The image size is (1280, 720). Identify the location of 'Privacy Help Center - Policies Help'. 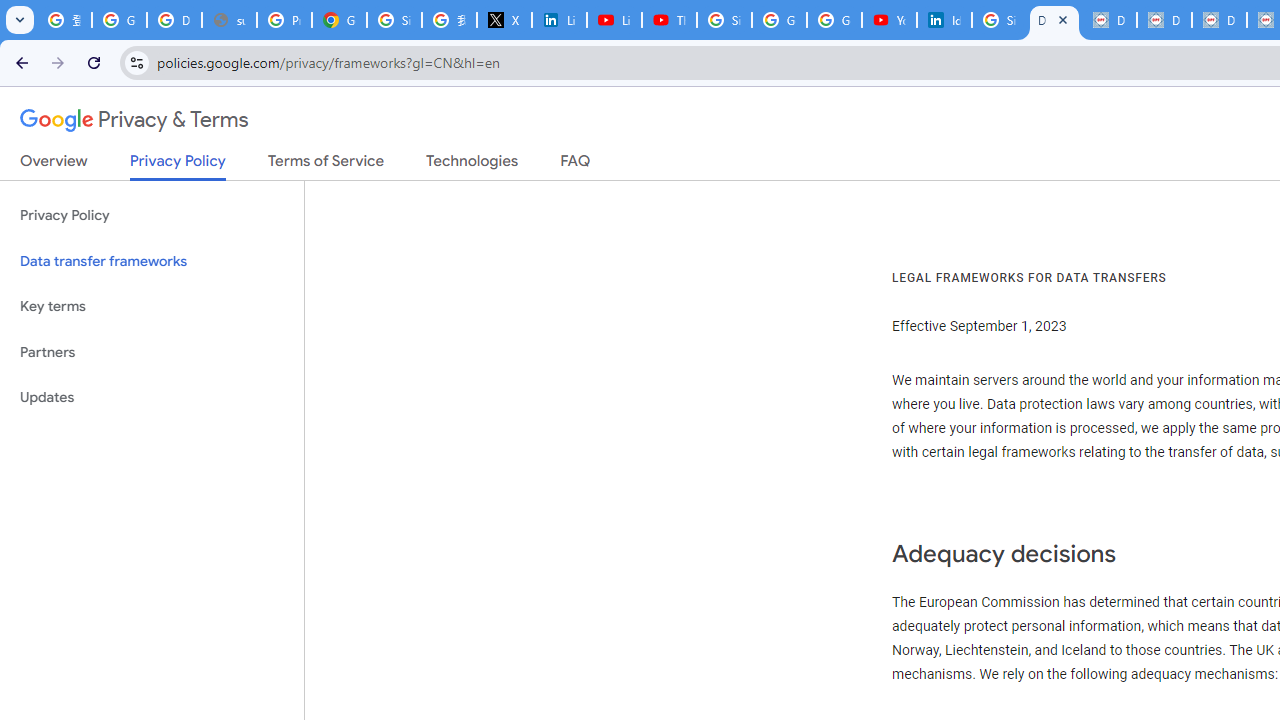
(283, 20).